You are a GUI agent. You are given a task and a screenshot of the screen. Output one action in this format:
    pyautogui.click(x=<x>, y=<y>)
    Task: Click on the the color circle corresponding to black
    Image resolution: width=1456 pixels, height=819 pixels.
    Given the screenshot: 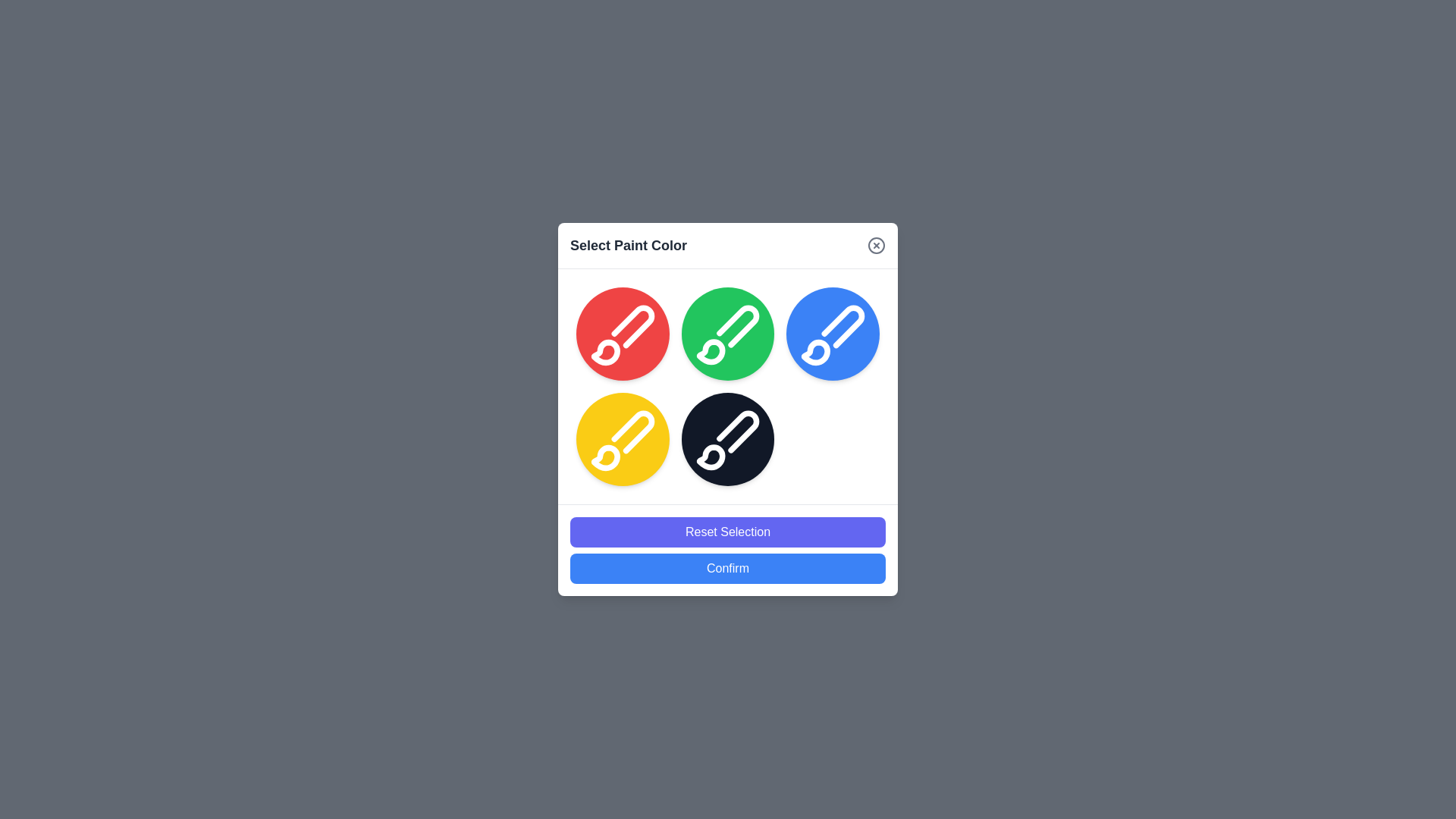 What is the action you would take?
    pyautogui.click(x=728, y=438)
    